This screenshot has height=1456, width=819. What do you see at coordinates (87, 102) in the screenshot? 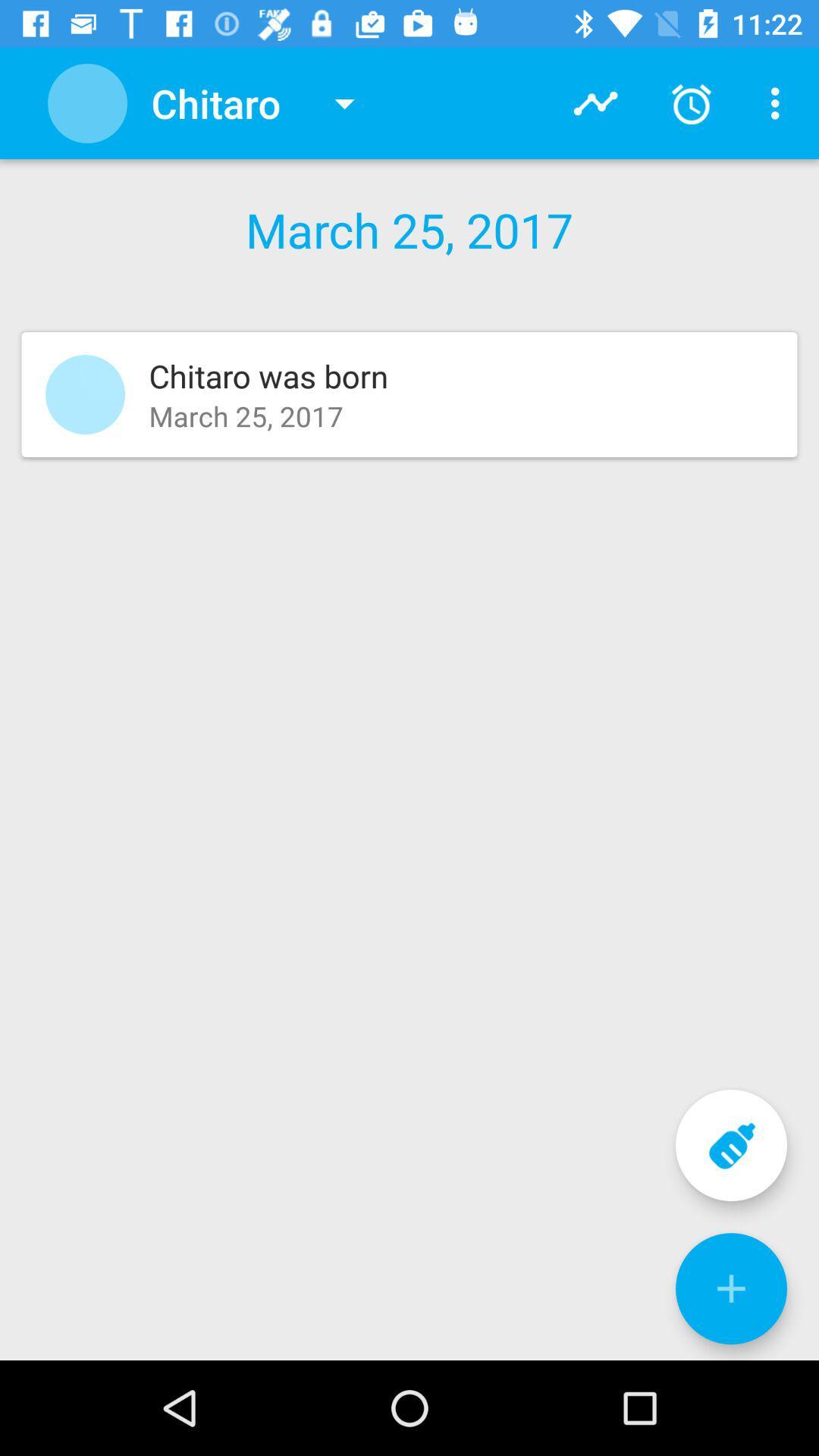
I see `icon which is left to chitaro` at bounding box center [87, 102].